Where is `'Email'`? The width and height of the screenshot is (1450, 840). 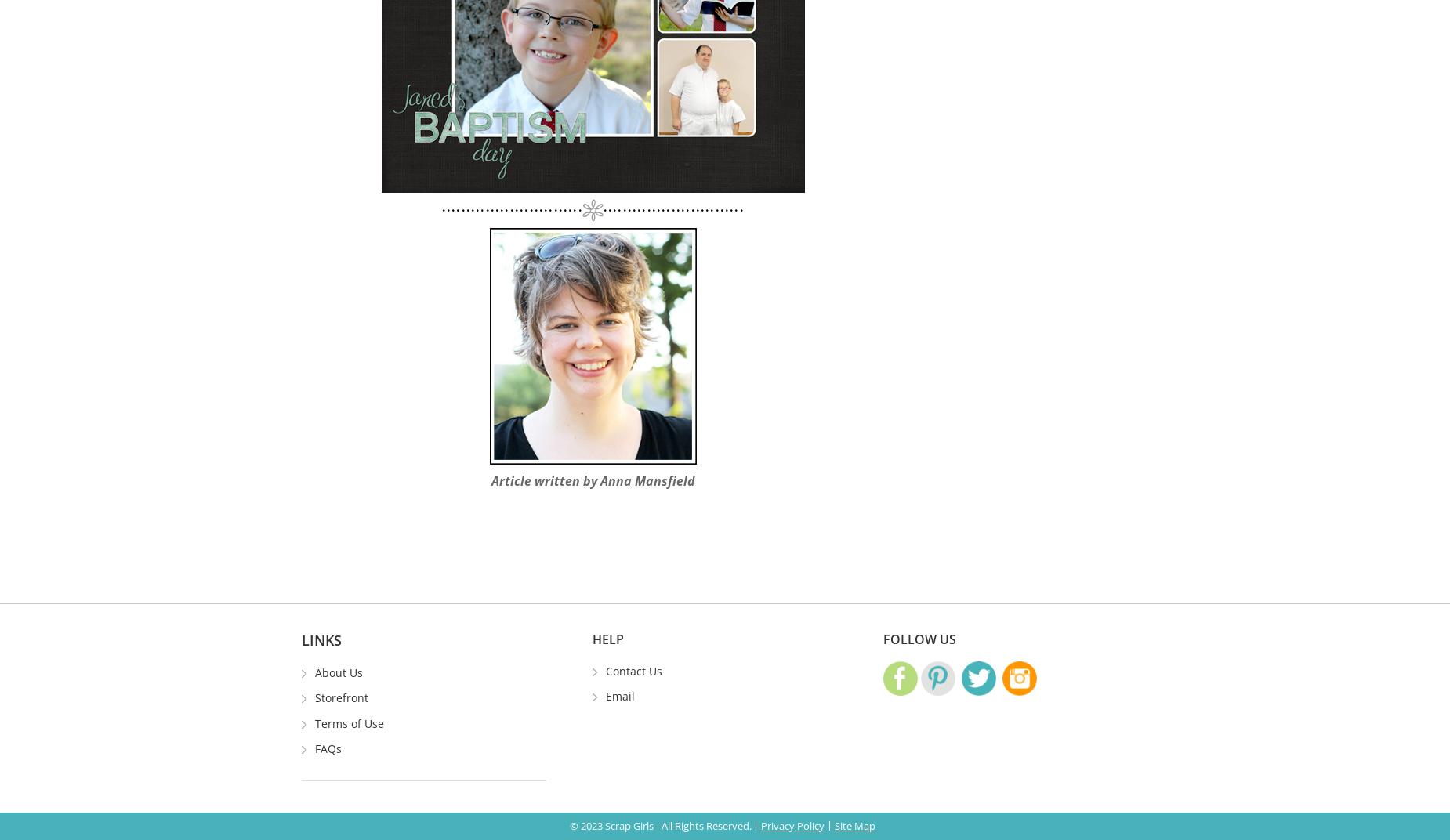 'Email' is located at coordinates (620, 696).